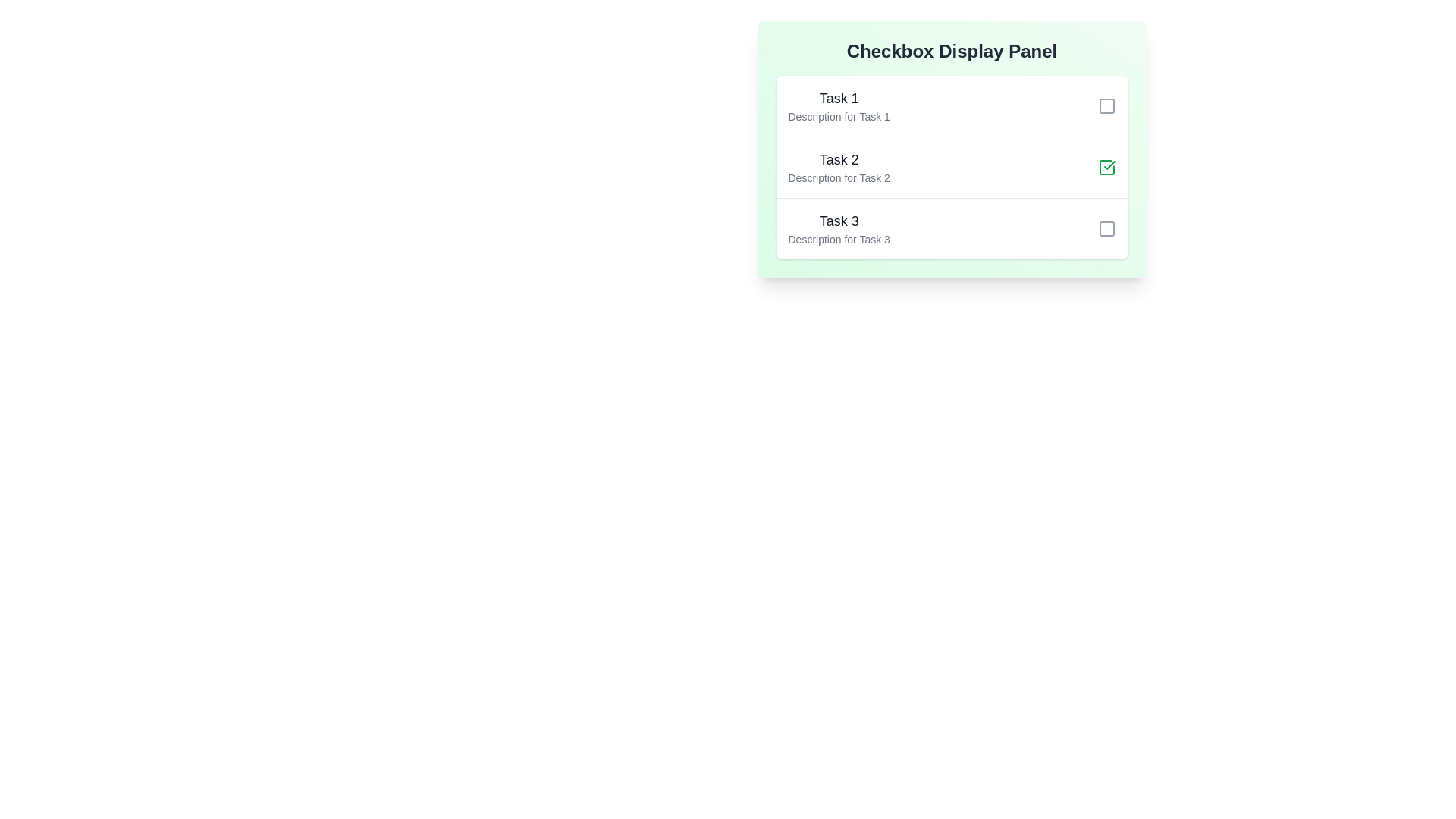 This screenshot has height=819, width=1456. What do you see at coordinates (1106, 167) in the screenshot?
I see `the checkbox for Task 2` at bounding box center [1106, 167].